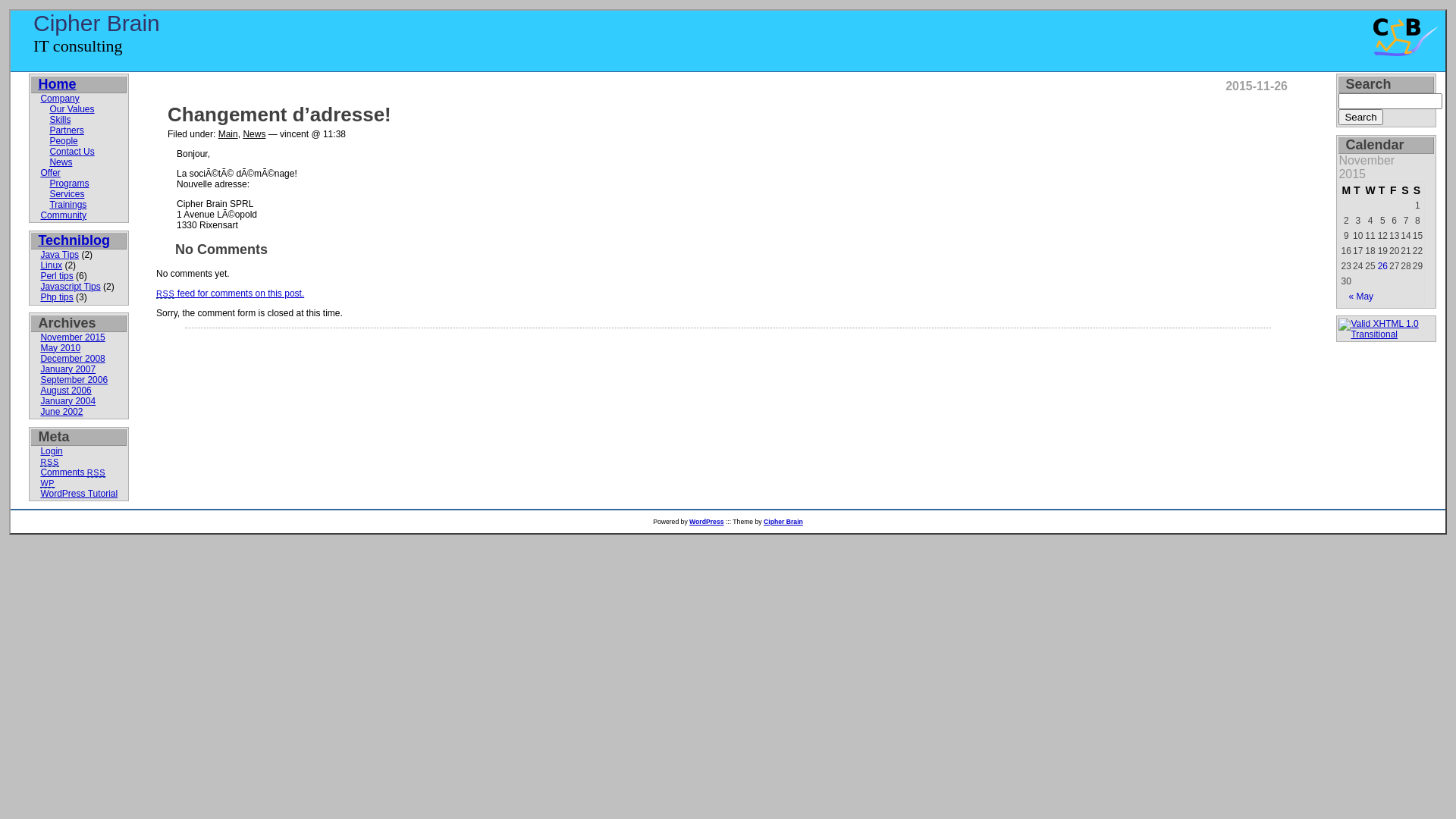 The width and height of the screenshot is (1456, 819). Describe the element at coordinates (59, 253) in the screenshot. I see `'Java Tips'` at that location.